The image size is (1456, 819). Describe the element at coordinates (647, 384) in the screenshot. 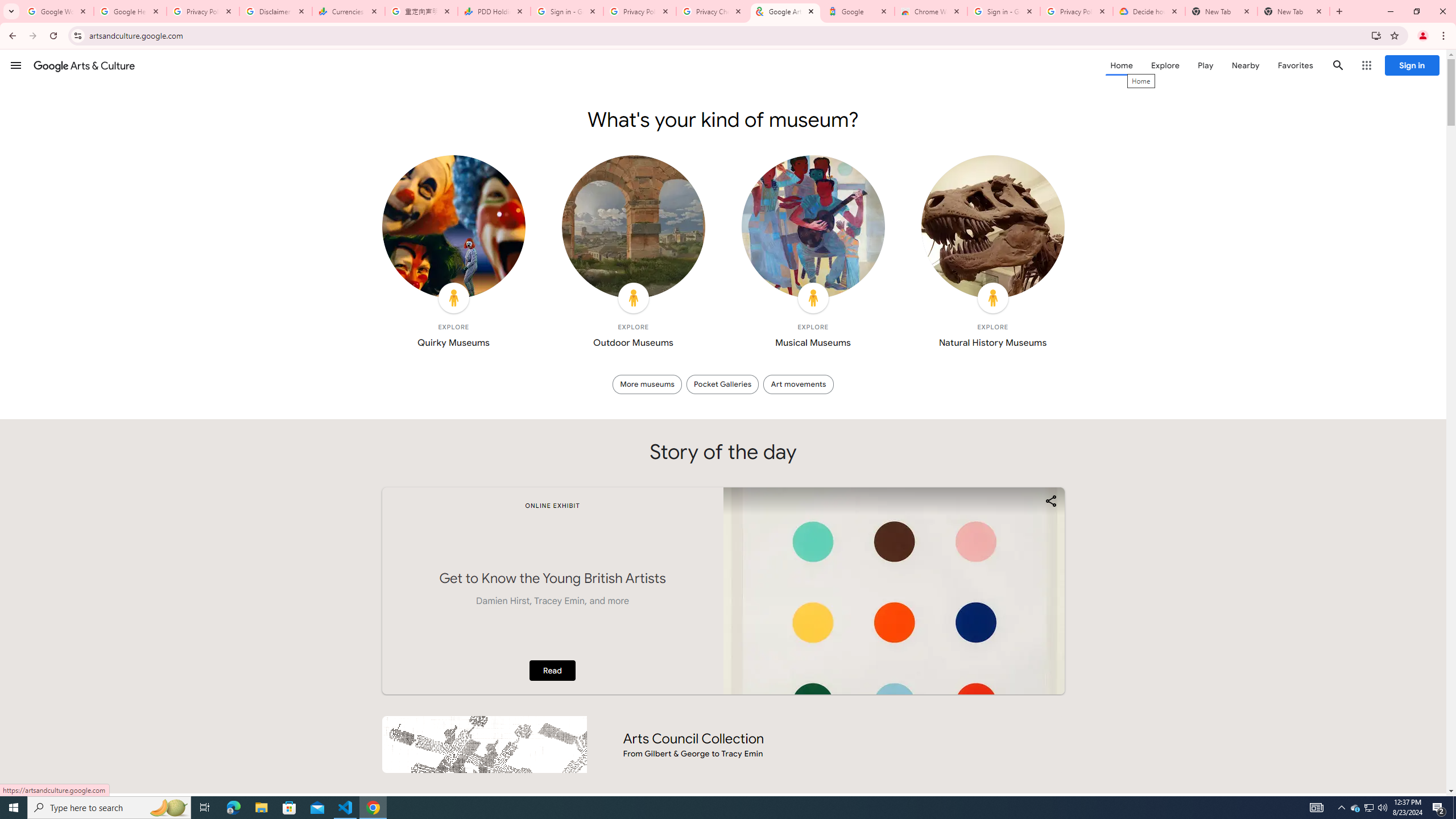

I see `'More museums'` at that location.